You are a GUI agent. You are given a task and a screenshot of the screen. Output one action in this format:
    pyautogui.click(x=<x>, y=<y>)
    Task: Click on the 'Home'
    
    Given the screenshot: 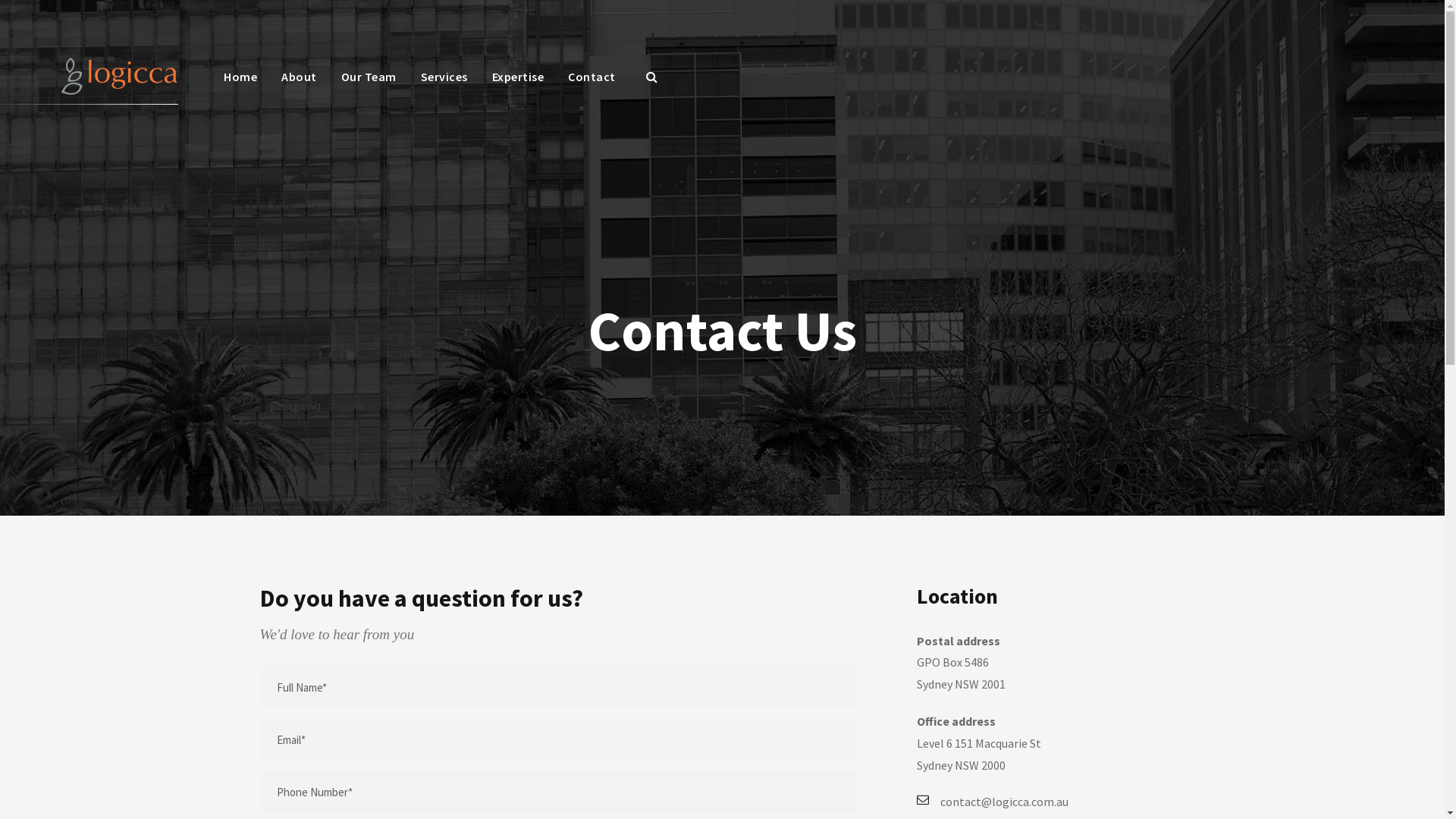 What is the action you would take?
    pyautogui.click(x=239, y=84)
    